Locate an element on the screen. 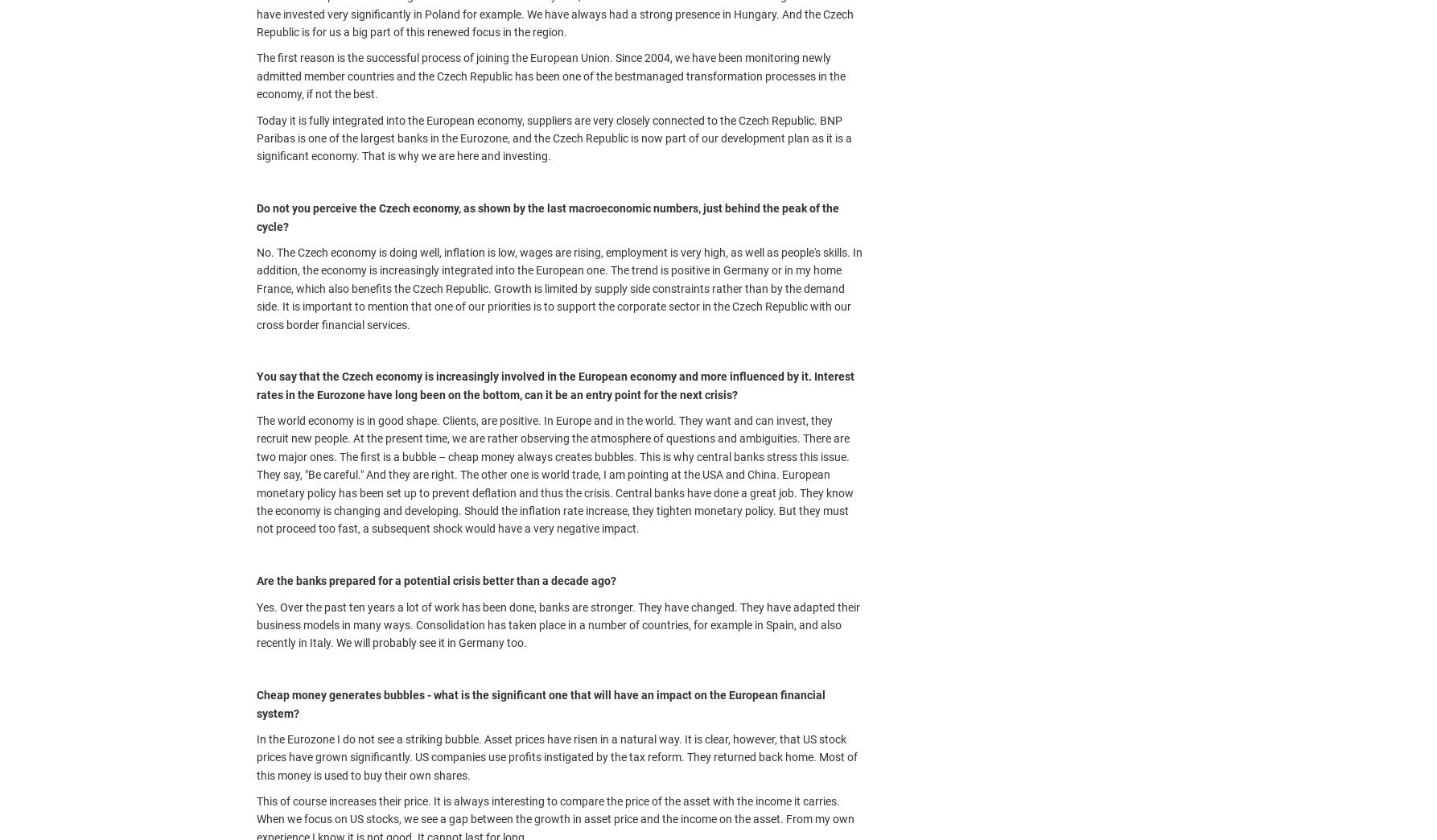  'The world economy is in good shape. Clients, are positive. In Europe and in the world. They want and can invest, they recruit new people. At the present time, we are rather observing the atmosphere of questions and ambiguities. There are two major ones. The first is a bubble – cheap money always creates bubbles. This is why central banks stress this issue. They say, "Be careful." And they are right. The other one is world trade, I am pointing at the USA and China. European monetary policy has been set up to prevent deflation and thus the crisis. Central banks have done a great job. They know the economy is changing and developing. Should the inflation rate increase, they tighten monetary policy. But they must not proceed too fast, a subsequent shock would have a very negative impact.' is located at coordinates (256, 474).